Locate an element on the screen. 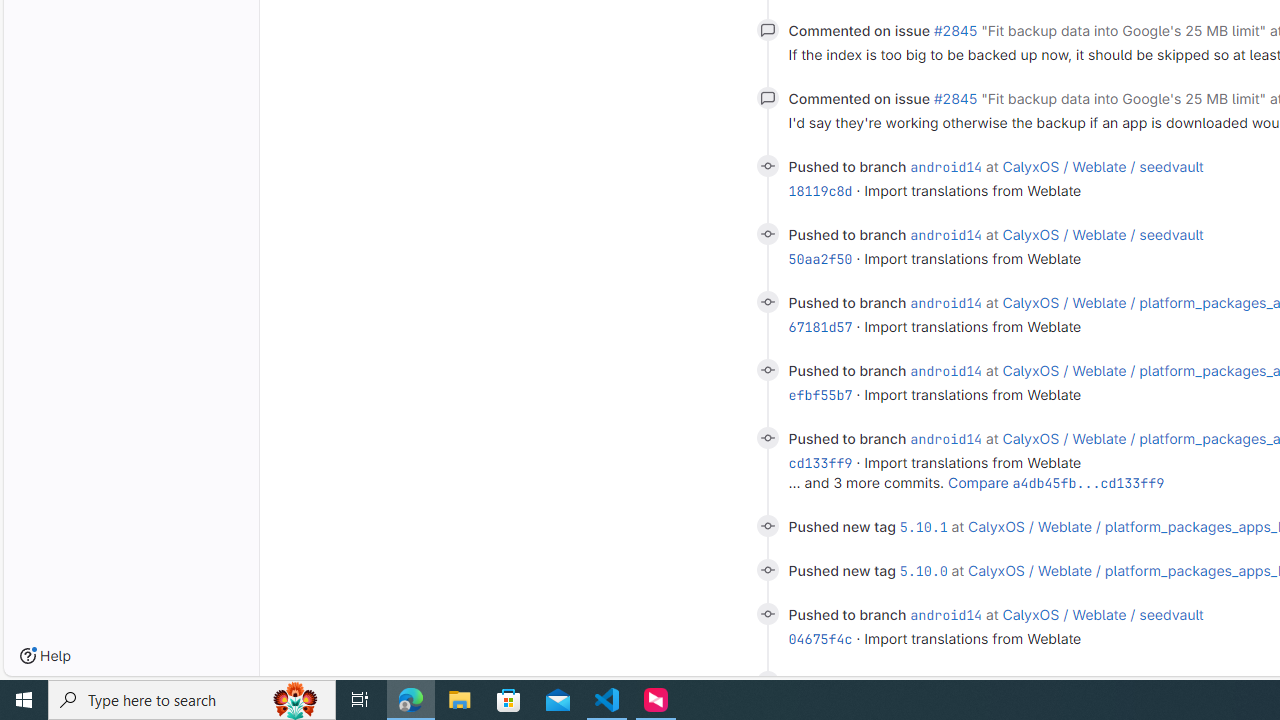  '18119c8d' is located at coordinates (820, 191).